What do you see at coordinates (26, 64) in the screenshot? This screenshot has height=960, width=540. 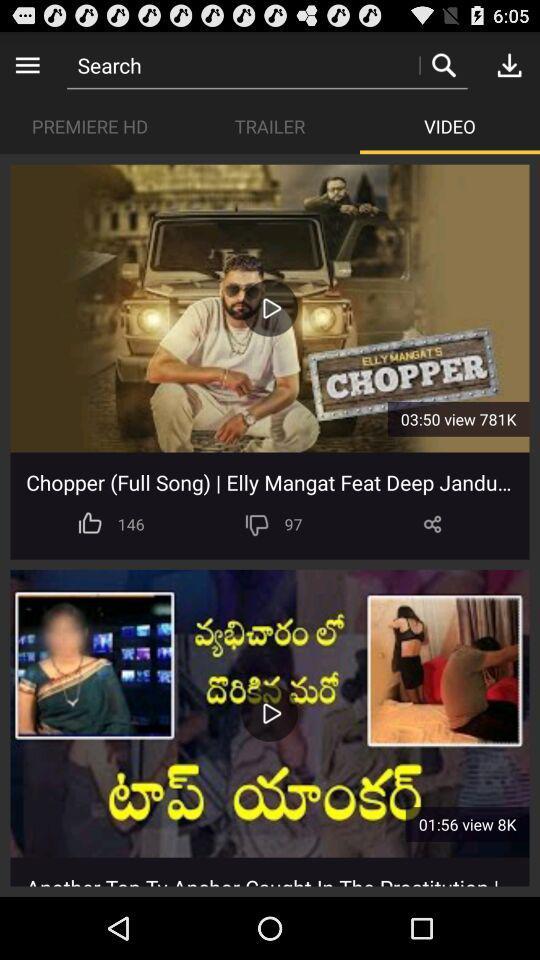 I see `open the menu` at bounding box center [26, 64].